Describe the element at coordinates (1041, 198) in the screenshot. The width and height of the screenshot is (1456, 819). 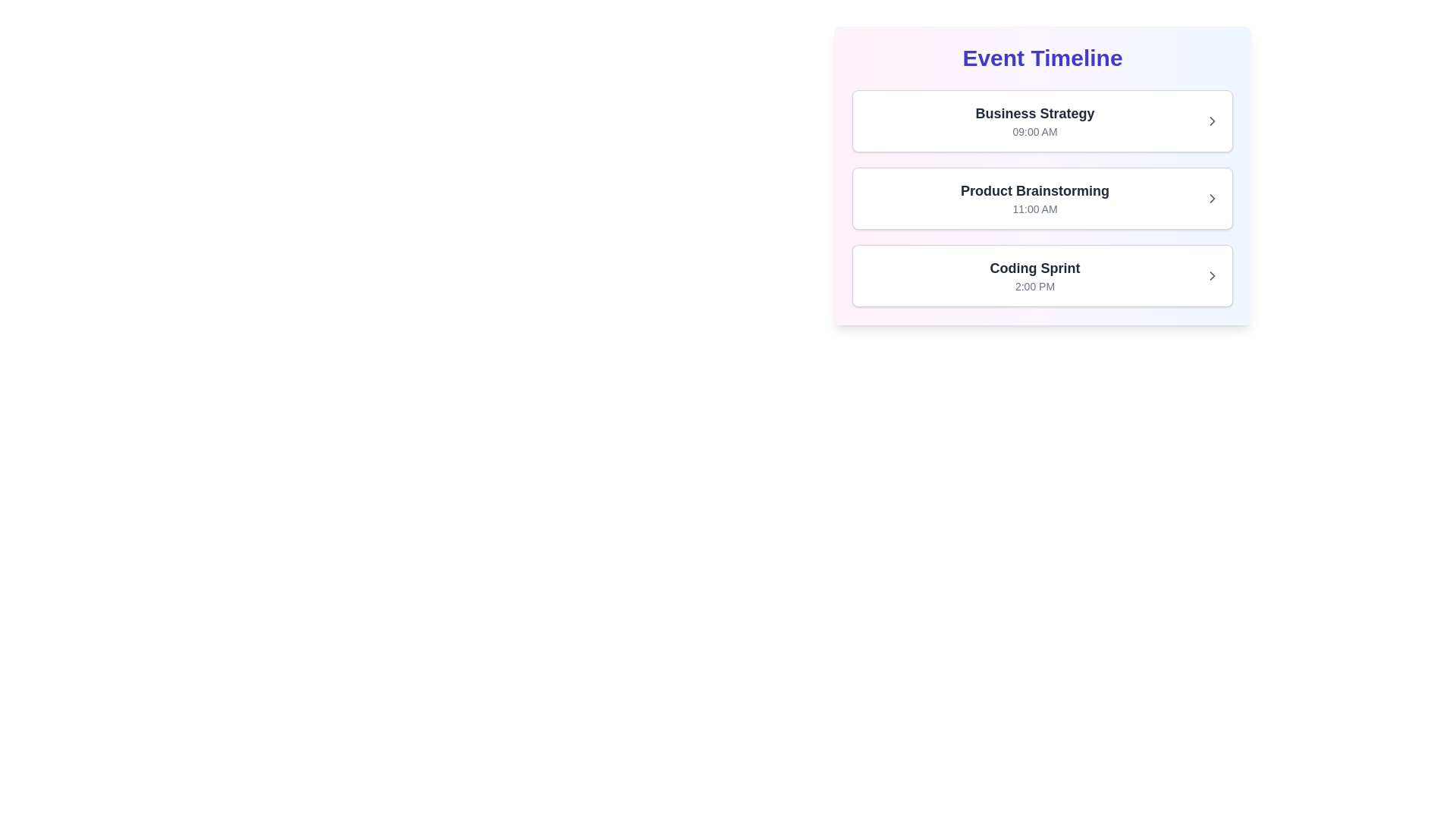
I see `the 'Product Brainstorming' card in the 'Event Timeline' section` at that location.